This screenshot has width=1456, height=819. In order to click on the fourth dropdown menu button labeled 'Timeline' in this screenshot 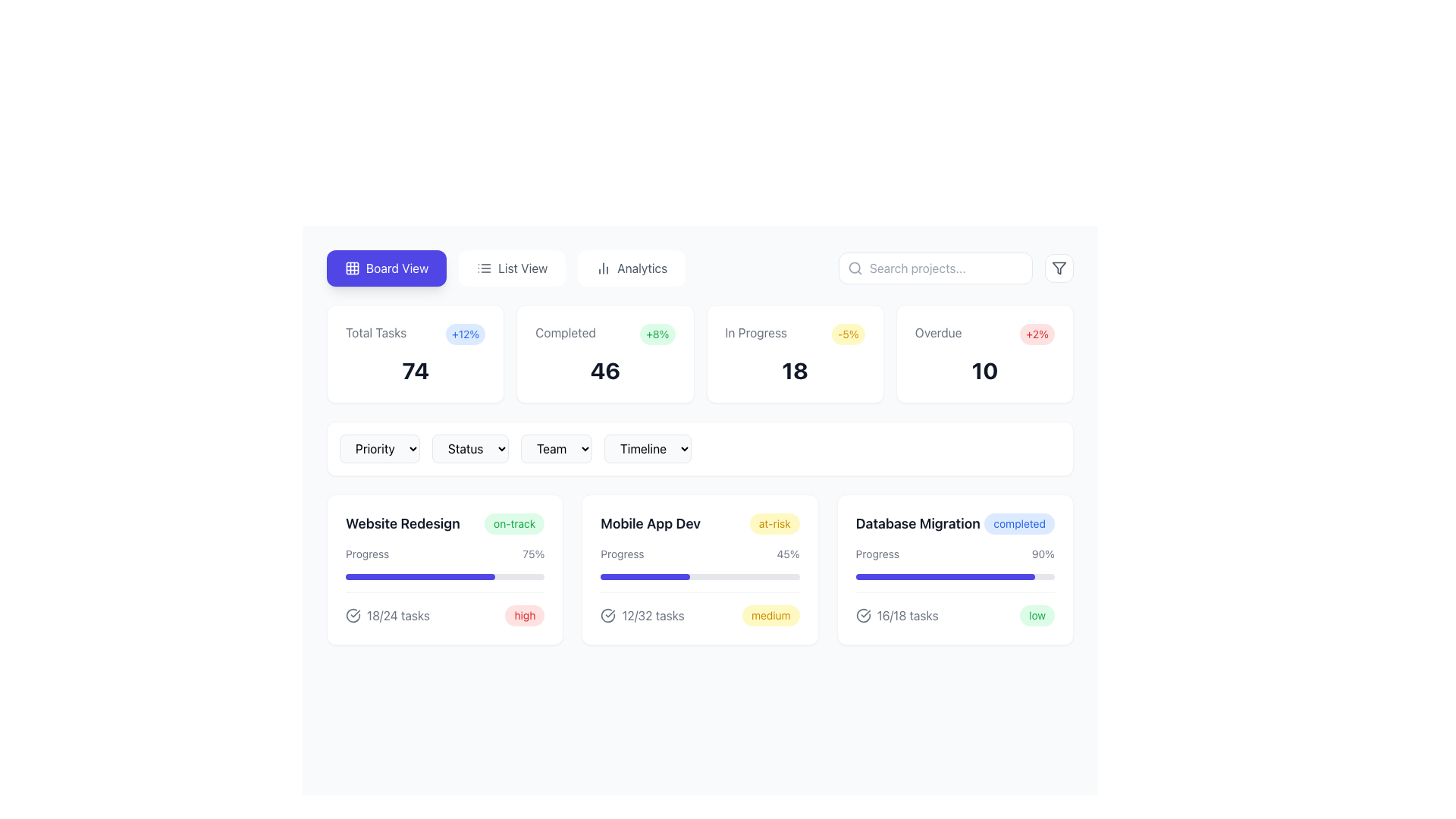, I will do `click(648, 447)`.